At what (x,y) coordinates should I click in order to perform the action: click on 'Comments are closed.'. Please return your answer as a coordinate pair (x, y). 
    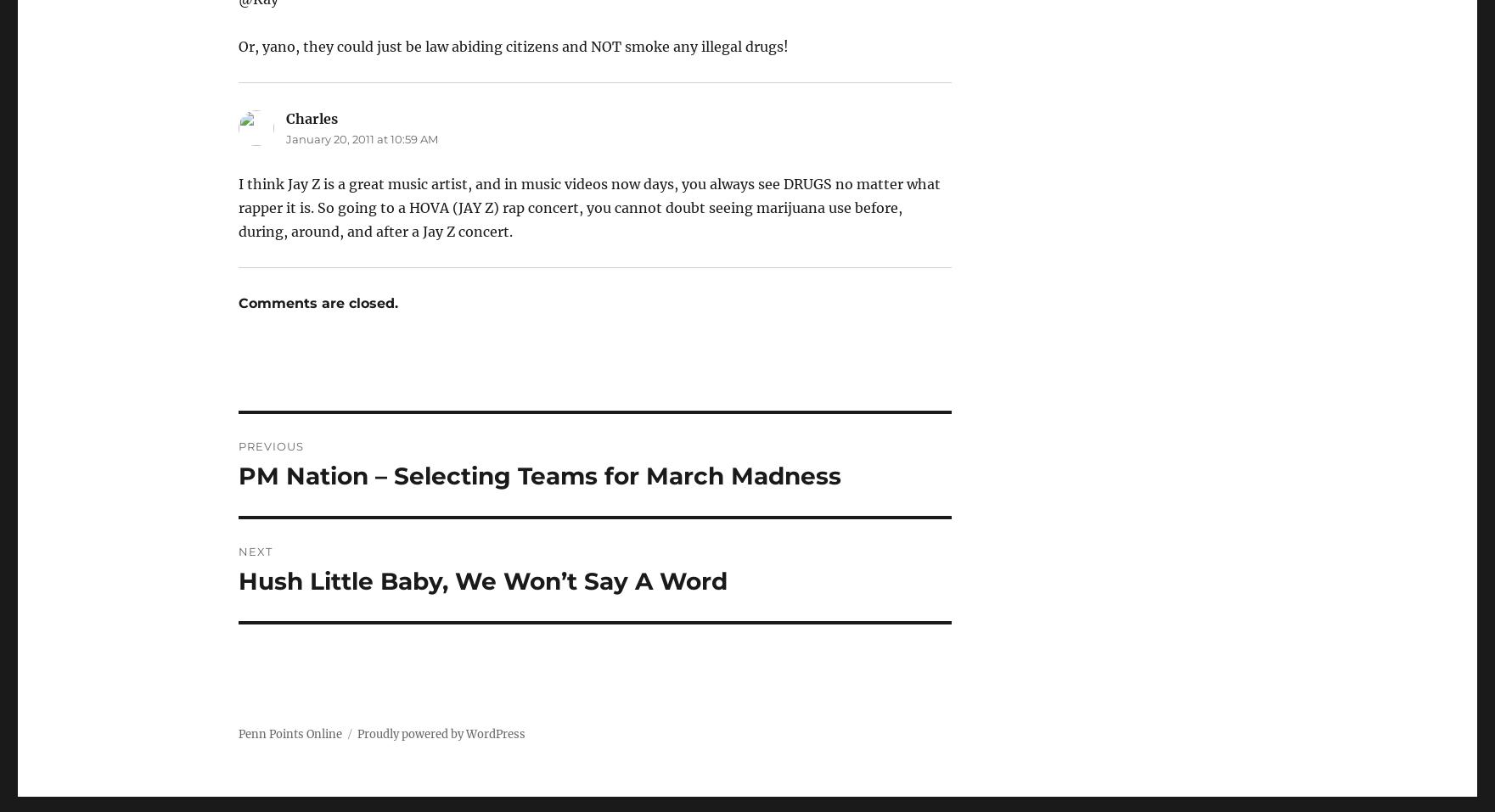
    Looking at the image, I should click on (317, 303).